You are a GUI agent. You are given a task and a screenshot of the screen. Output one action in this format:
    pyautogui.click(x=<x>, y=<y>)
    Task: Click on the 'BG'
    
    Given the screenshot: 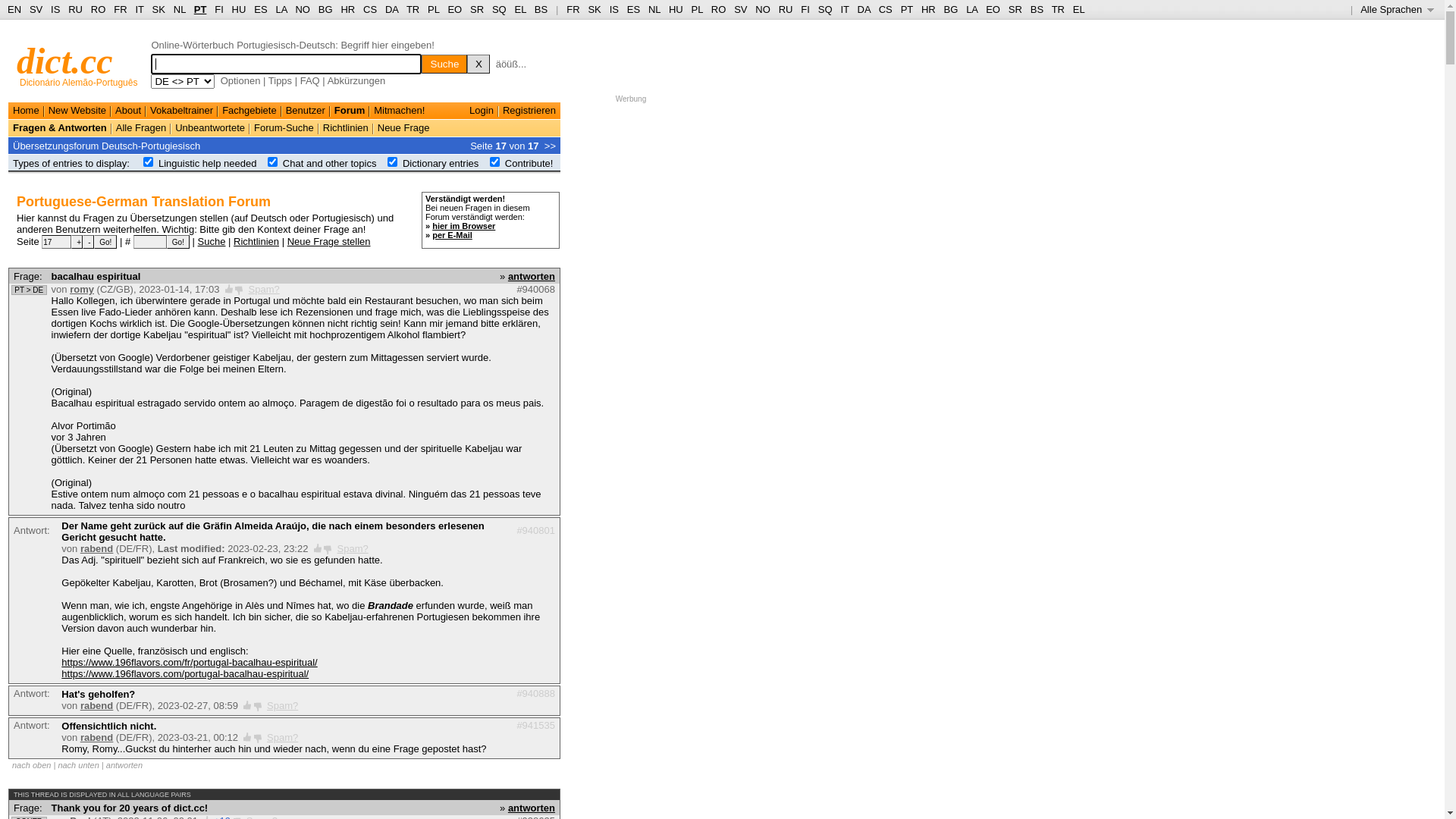 What is the action you would take?
    pyautogui.click(x=949, y=9)
    